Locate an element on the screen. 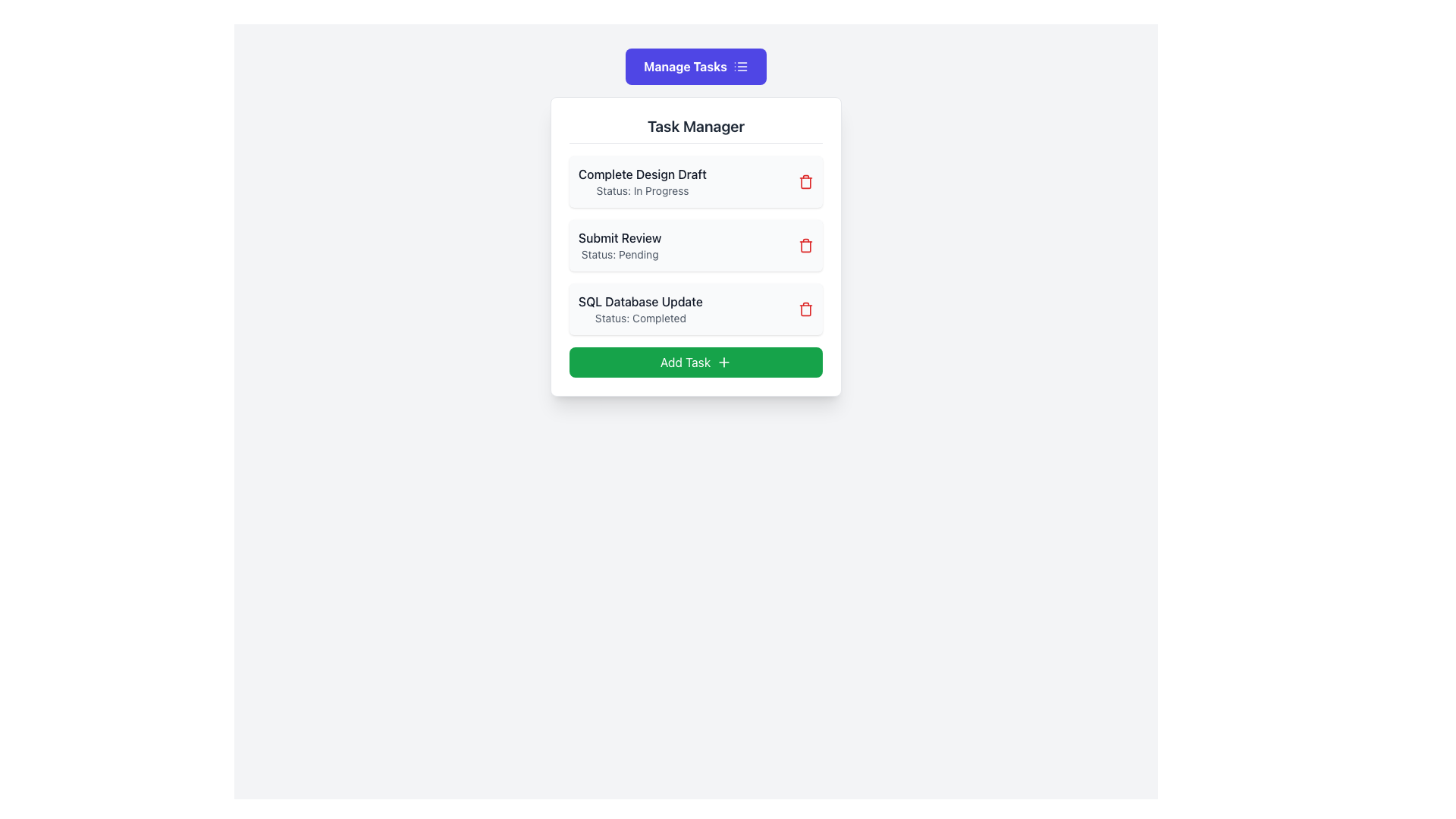 The image size is (1456, 819). the delete button positioned at the far right of the 'SQL Database Update' task in the task list is located at coordinates (805, 309).